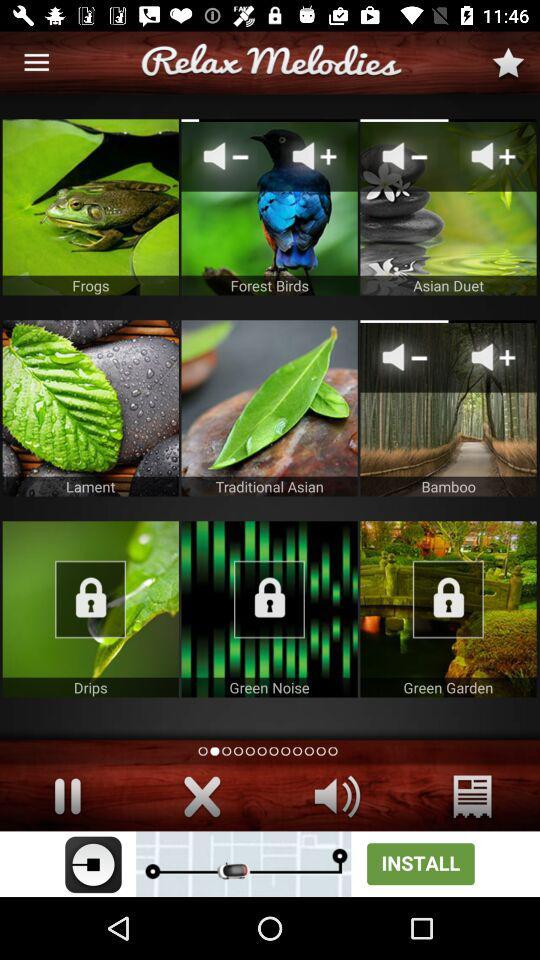 This screenshot has height=960, width=540. What do you see at coordinates (89, 608) in the screenshot?
I see `open folder` at bounding box center [89, 608].